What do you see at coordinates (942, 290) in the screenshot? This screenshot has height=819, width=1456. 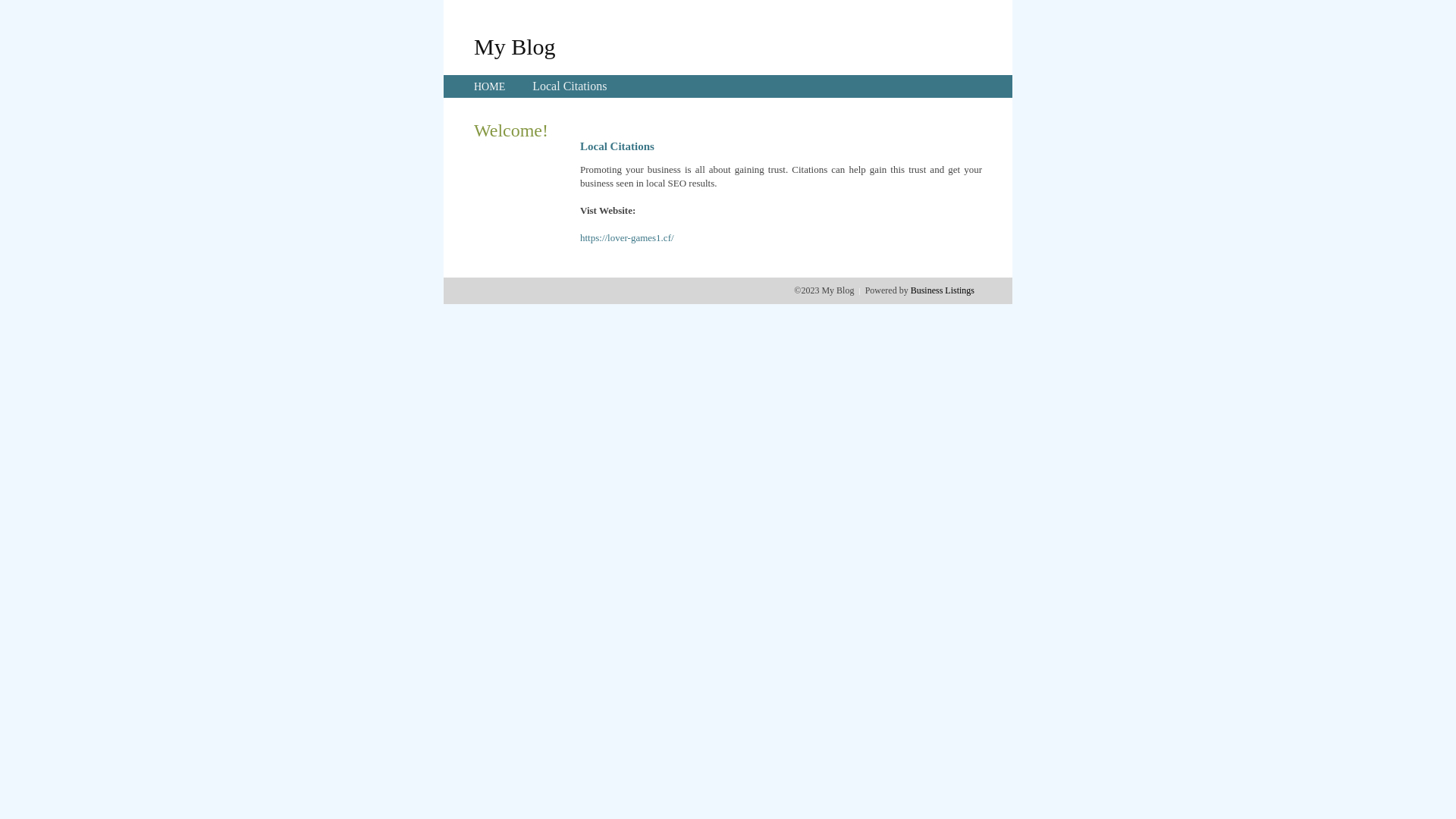 I see `'Business Listings'` at bounding box center [942, 290].